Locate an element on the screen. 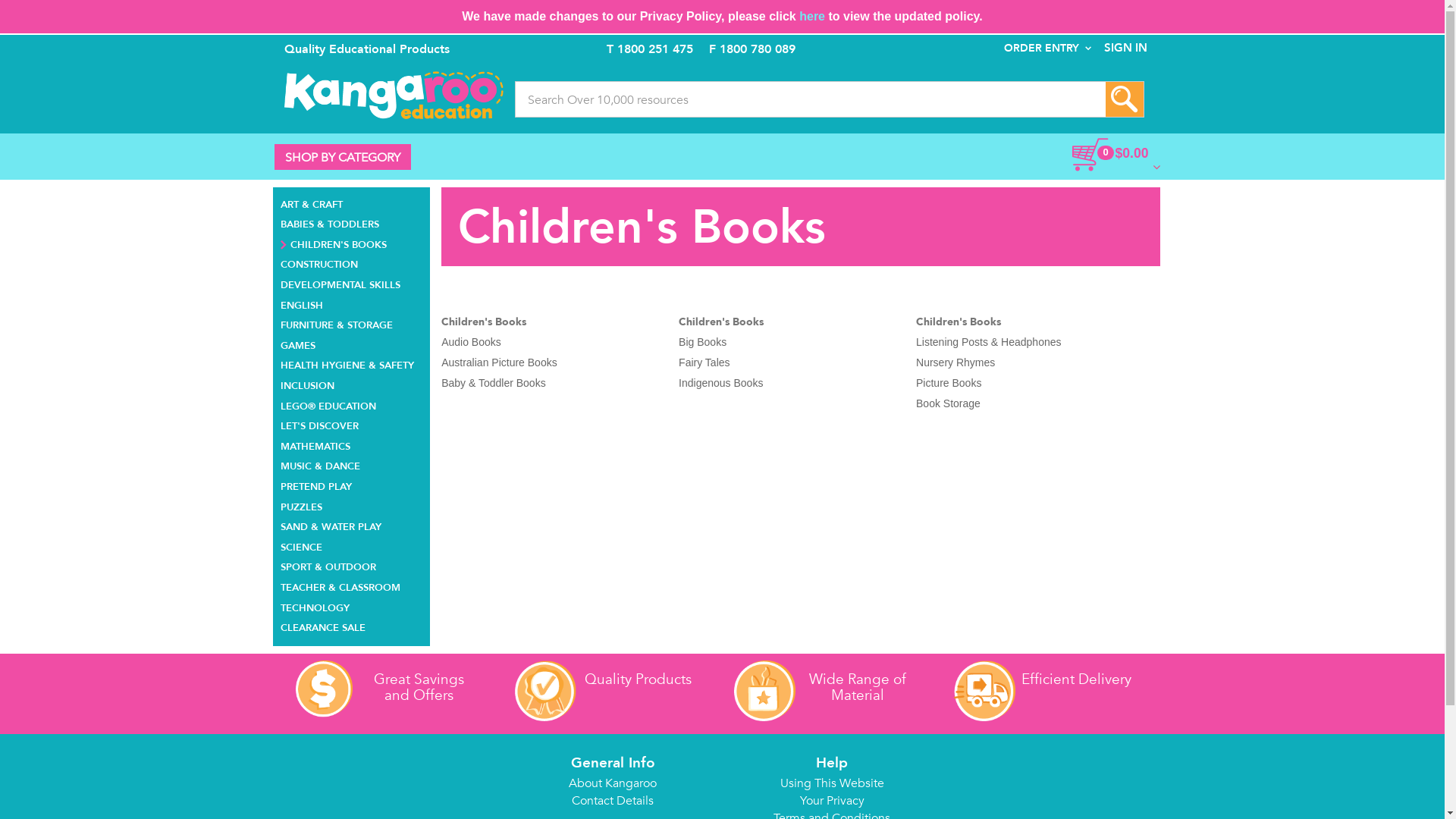 The image size is (1456, 819). '0 is located at coordinates (1081, 154).